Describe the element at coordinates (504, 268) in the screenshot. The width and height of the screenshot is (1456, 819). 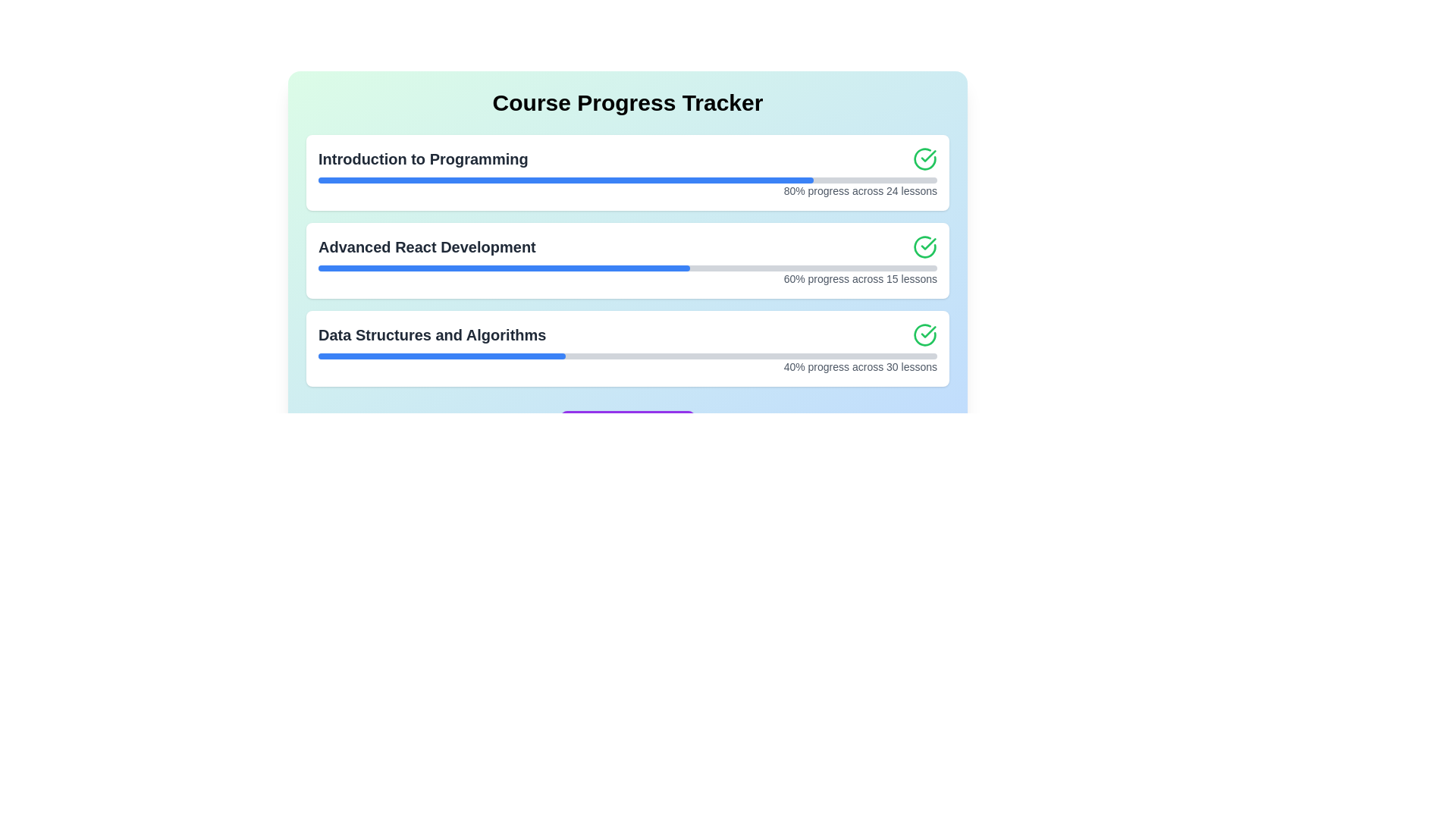
I see `the blue progress bar indicating 60% completion in the 'Advanced React Development' section of the interface` at that location.